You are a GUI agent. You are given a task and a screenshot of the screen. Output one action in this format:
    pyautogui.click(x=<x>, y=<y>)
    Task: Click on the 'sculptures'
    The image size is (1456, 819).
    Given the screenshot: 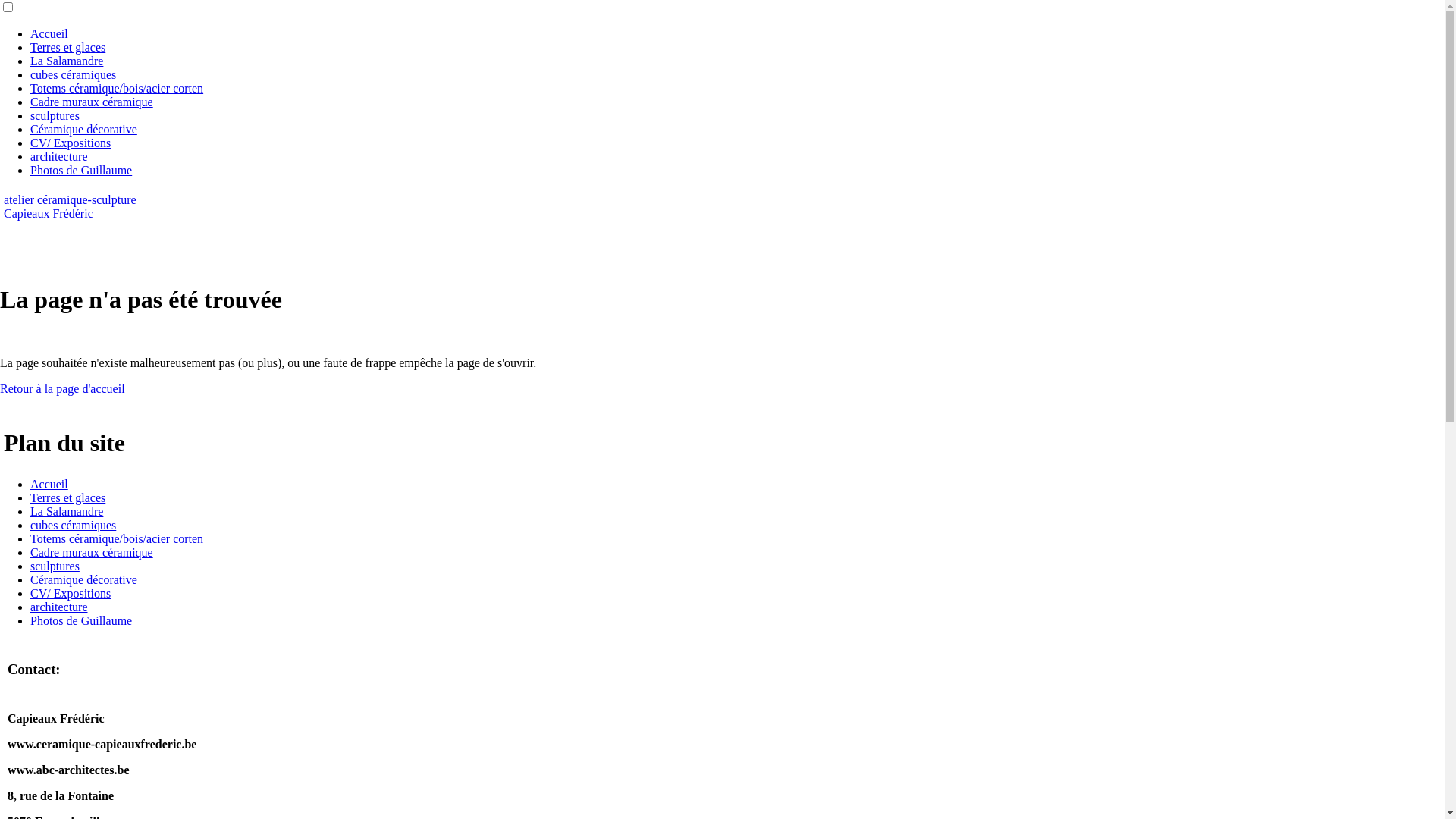 What is the action you would take?
    pyautogui.click(x=55, y=115)
    